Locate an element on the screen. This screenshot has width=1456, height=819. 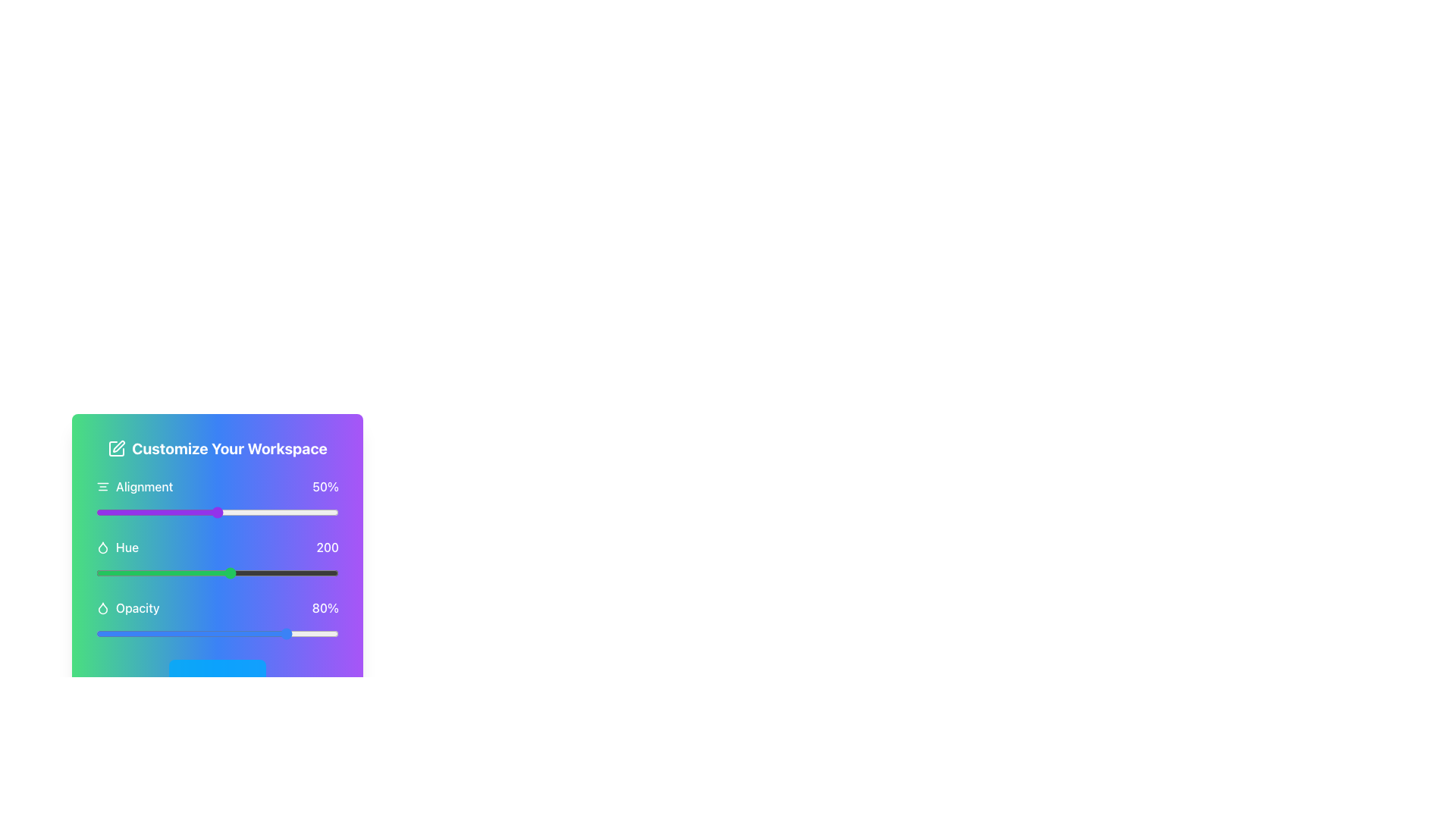
the opacity slider is located at coordinates (226, 634).